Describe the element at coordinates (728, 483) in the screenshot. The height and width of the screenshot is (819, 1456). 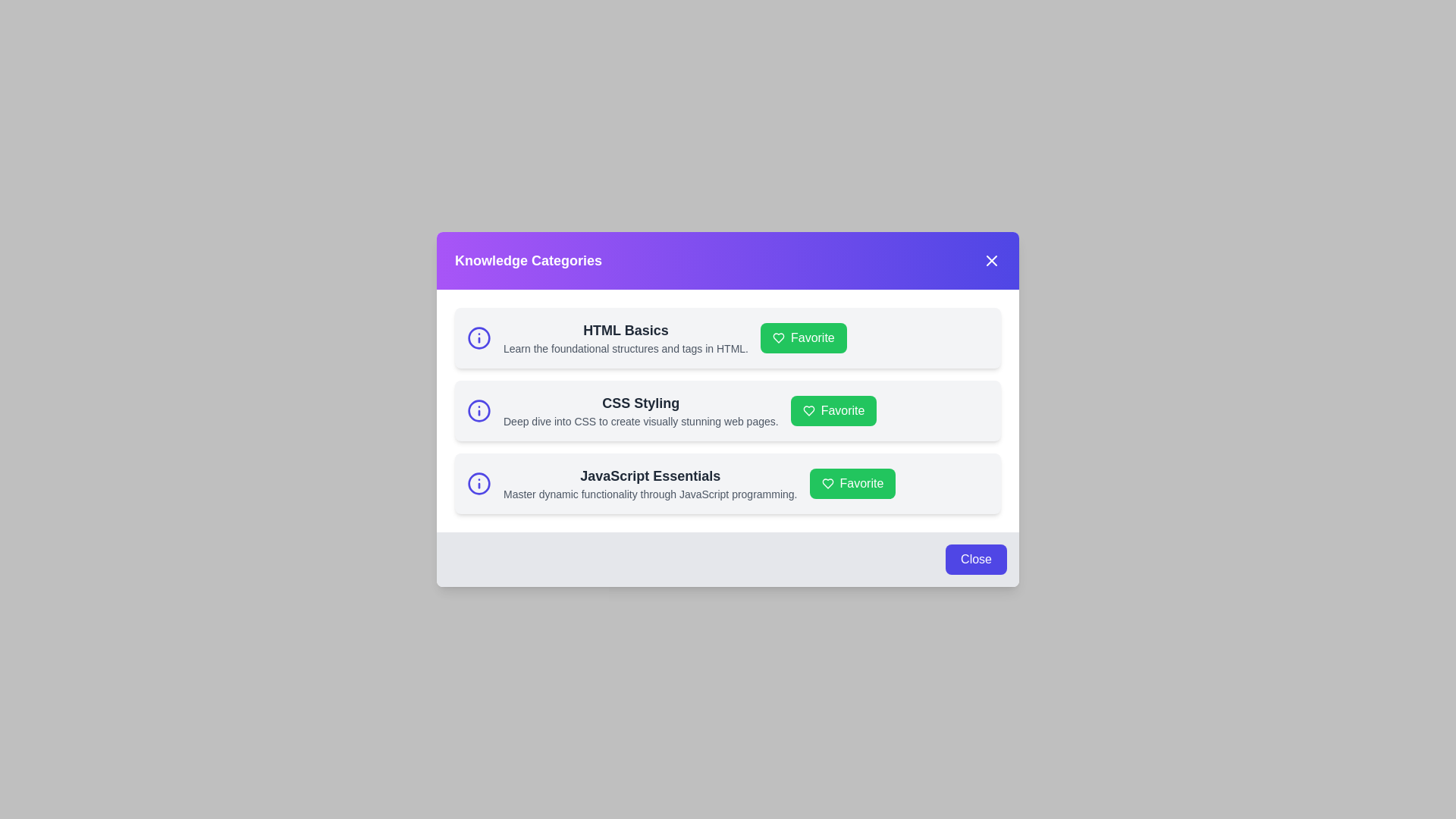
I see `the text content of the Information Card that presents the topic 'JavaScript Essentials'` at that location.